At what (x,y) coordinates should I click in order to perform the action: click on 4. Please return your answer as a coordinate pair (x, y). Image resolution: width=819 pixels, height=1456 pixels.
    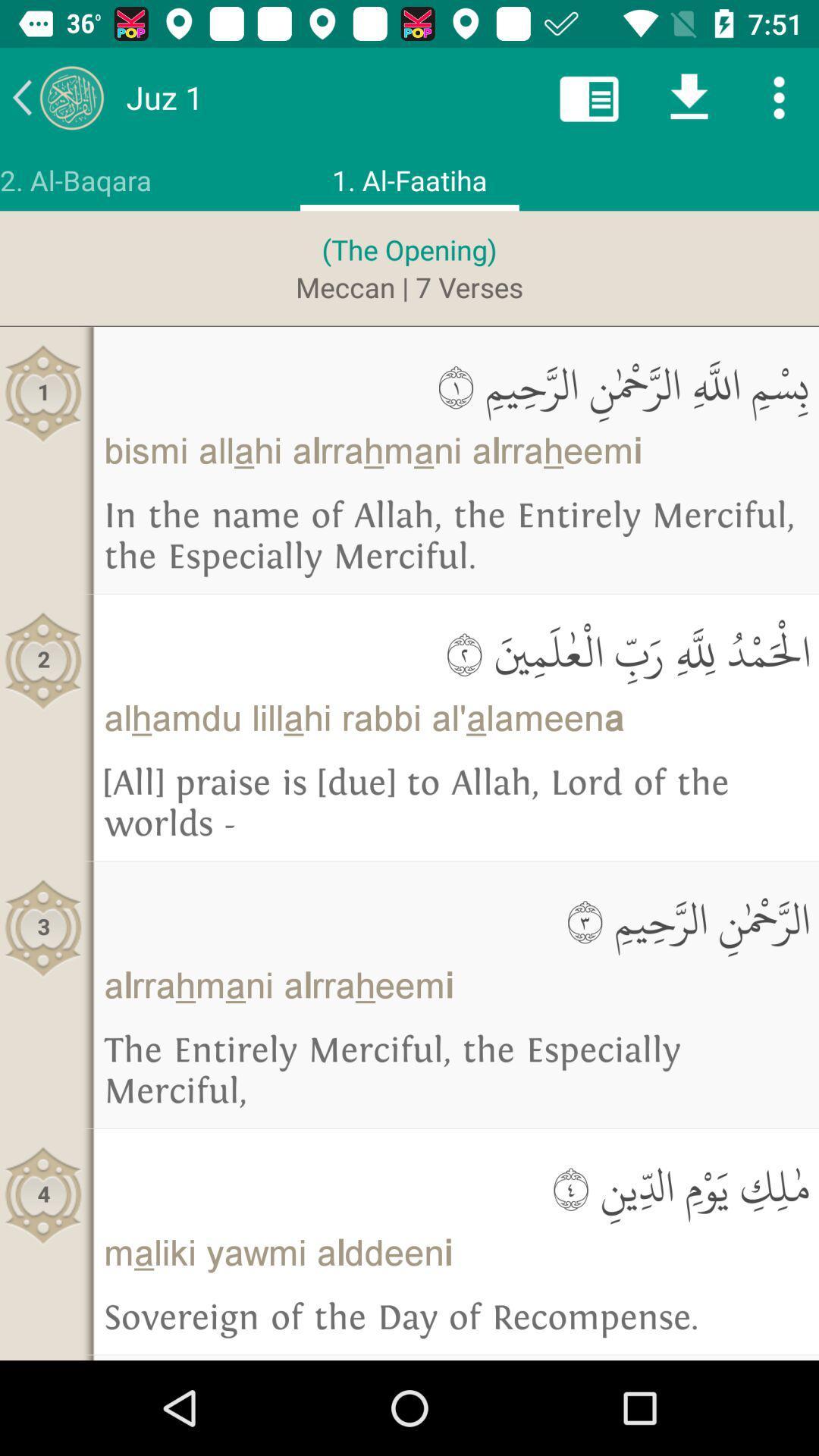
    Looking at the image, I should click on (42, 1194).